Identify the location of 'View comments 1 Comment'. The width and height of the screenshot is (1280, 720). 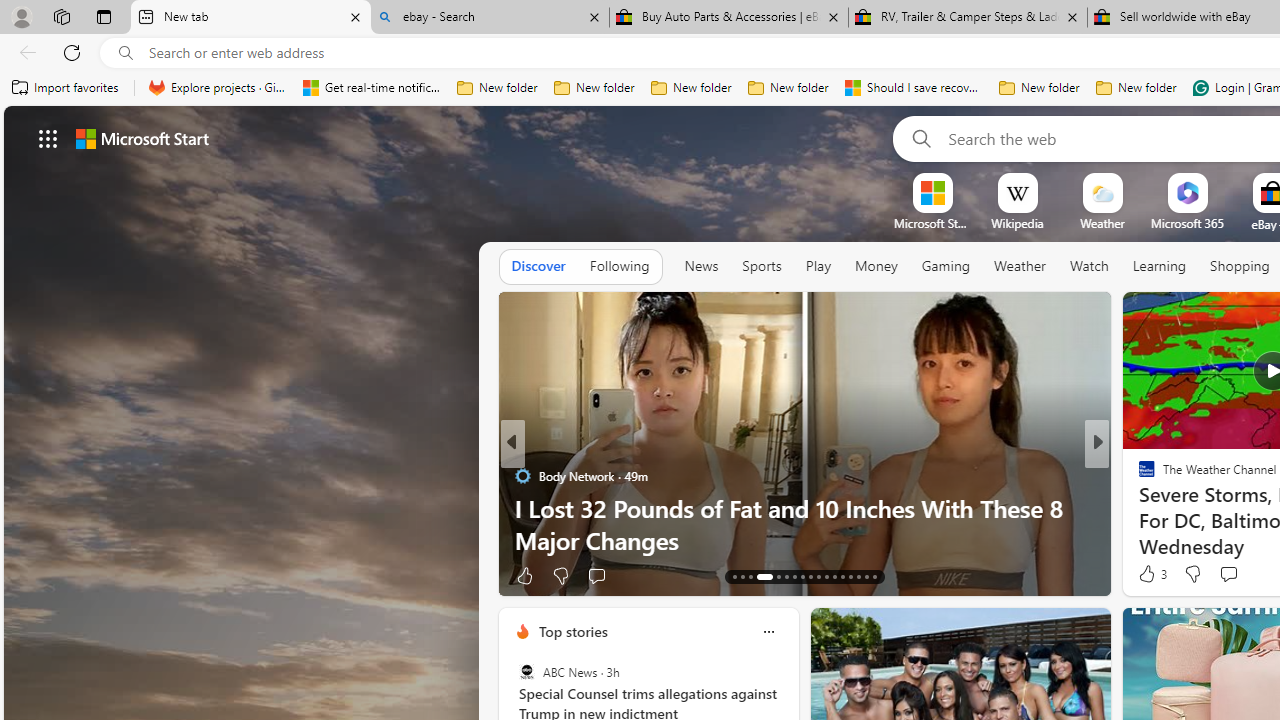
(1240, 575).